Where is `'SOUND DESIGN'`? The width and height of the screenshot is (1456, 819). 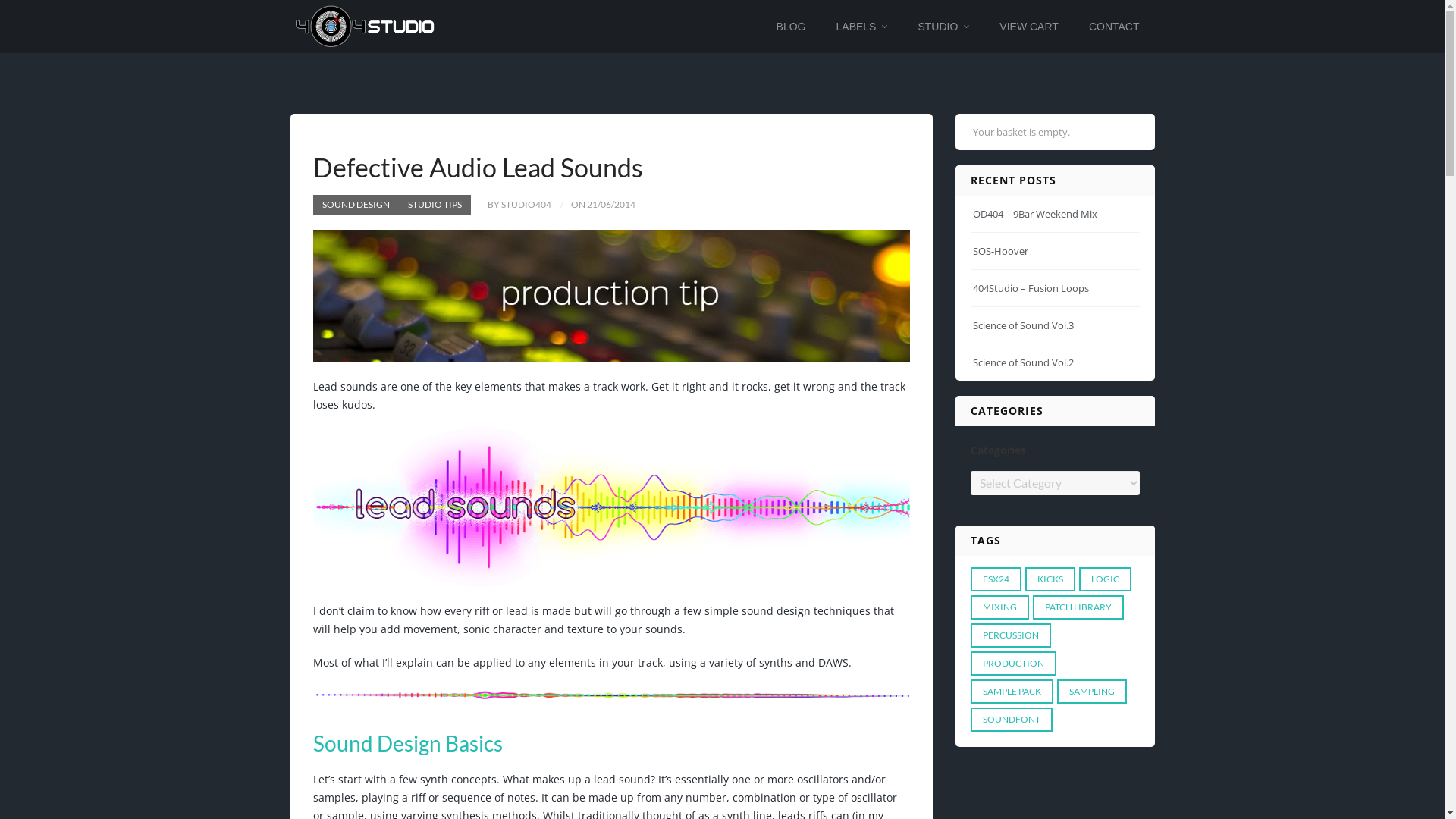 'SOUND DESIGN' is located at coordinates (354, 205).